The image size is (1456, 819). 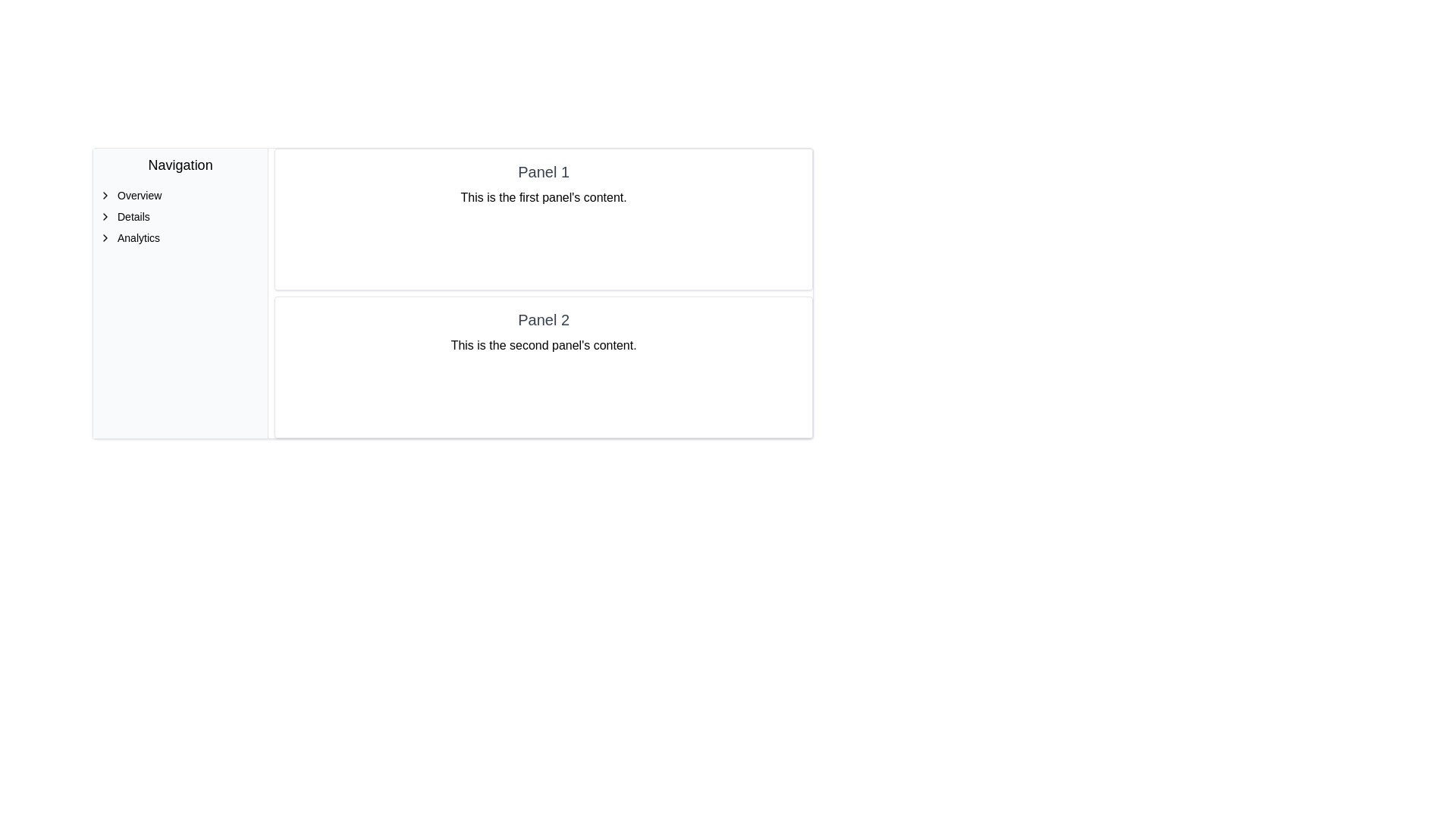 What do you see at coordinates (180, 237) in the screenshot?
I see `the 'Analytics' navigational button located in the left navigation panel` at bounding box center [180, 237].